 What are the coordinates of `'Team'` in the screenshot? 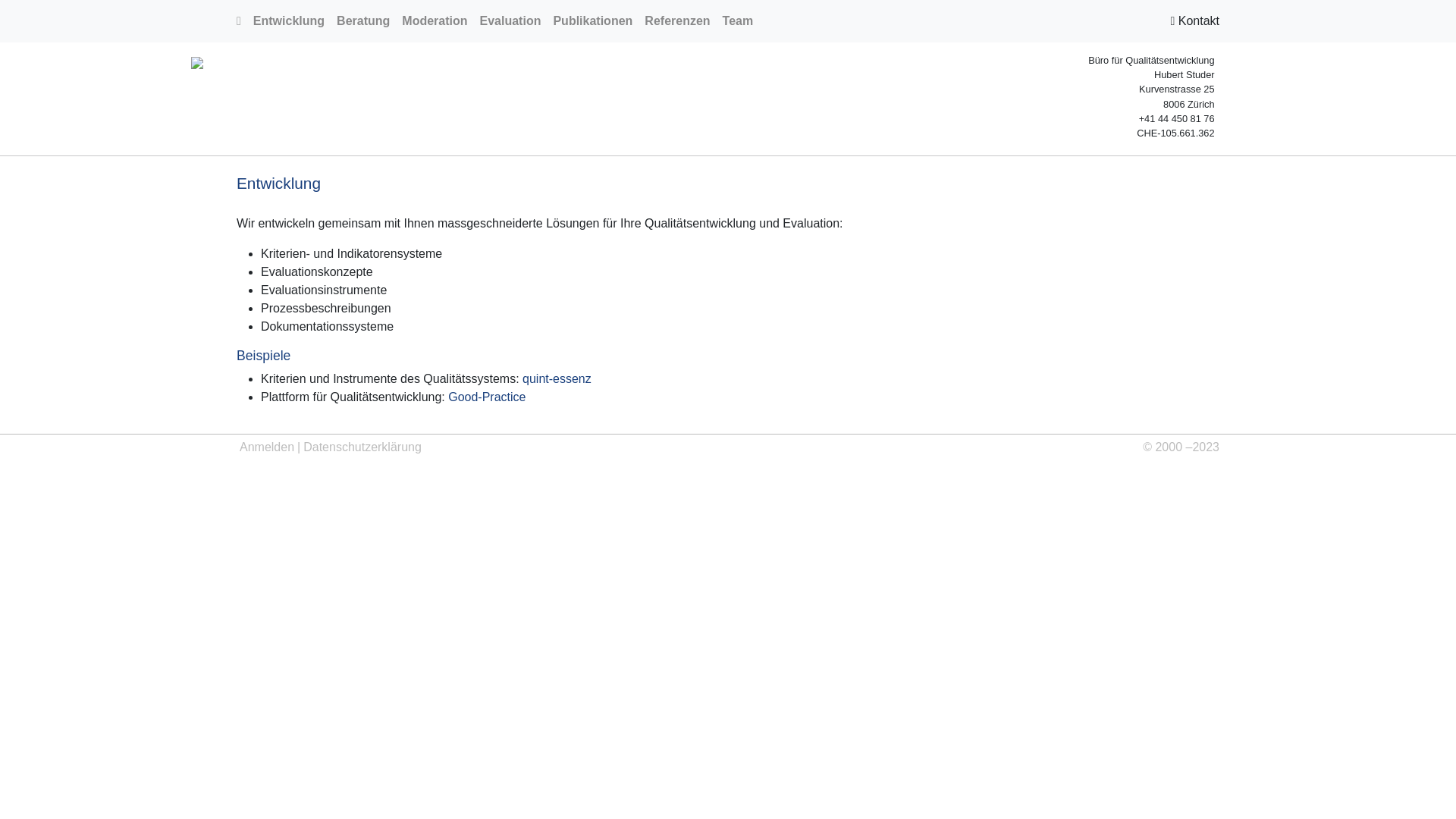 It's located at (738, 20).